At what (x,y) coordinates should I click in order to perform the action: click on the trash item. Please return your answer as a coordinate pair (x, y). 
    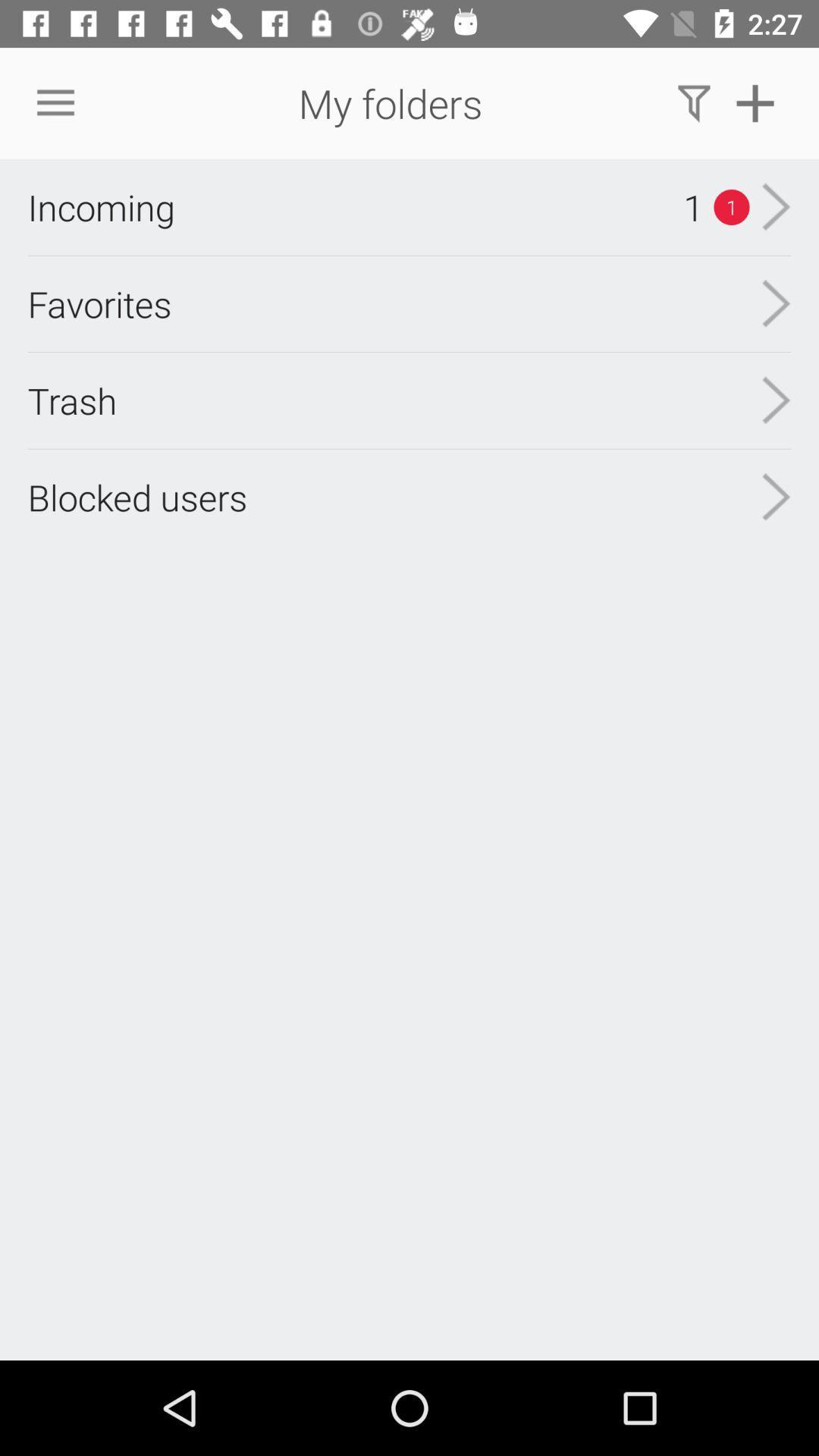
    Looking at the image, I should click on (72, 400).